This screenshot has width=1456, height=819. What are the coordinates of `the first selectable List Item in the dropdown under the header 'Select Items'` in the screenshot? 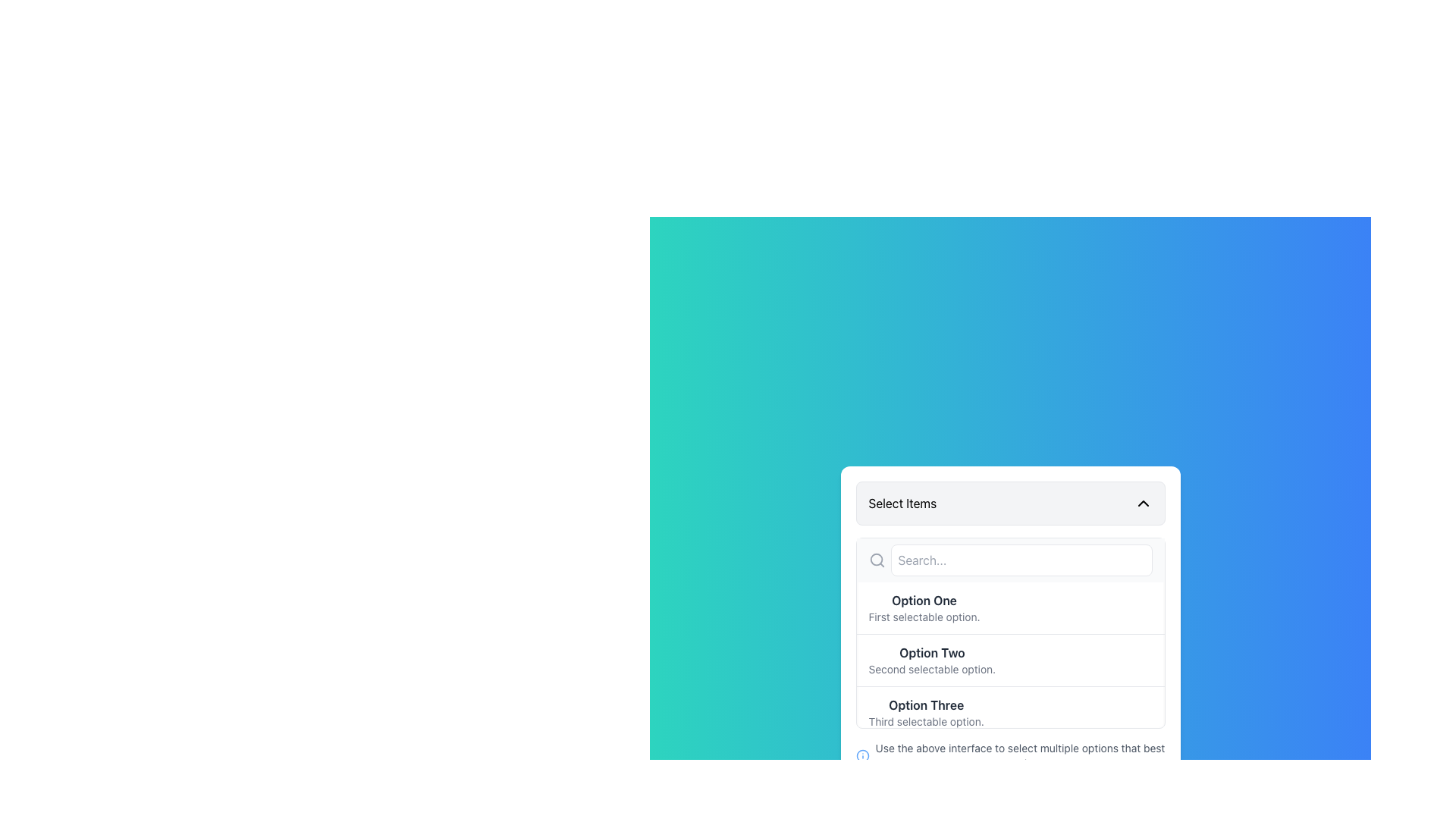 It's located at (924, 607).